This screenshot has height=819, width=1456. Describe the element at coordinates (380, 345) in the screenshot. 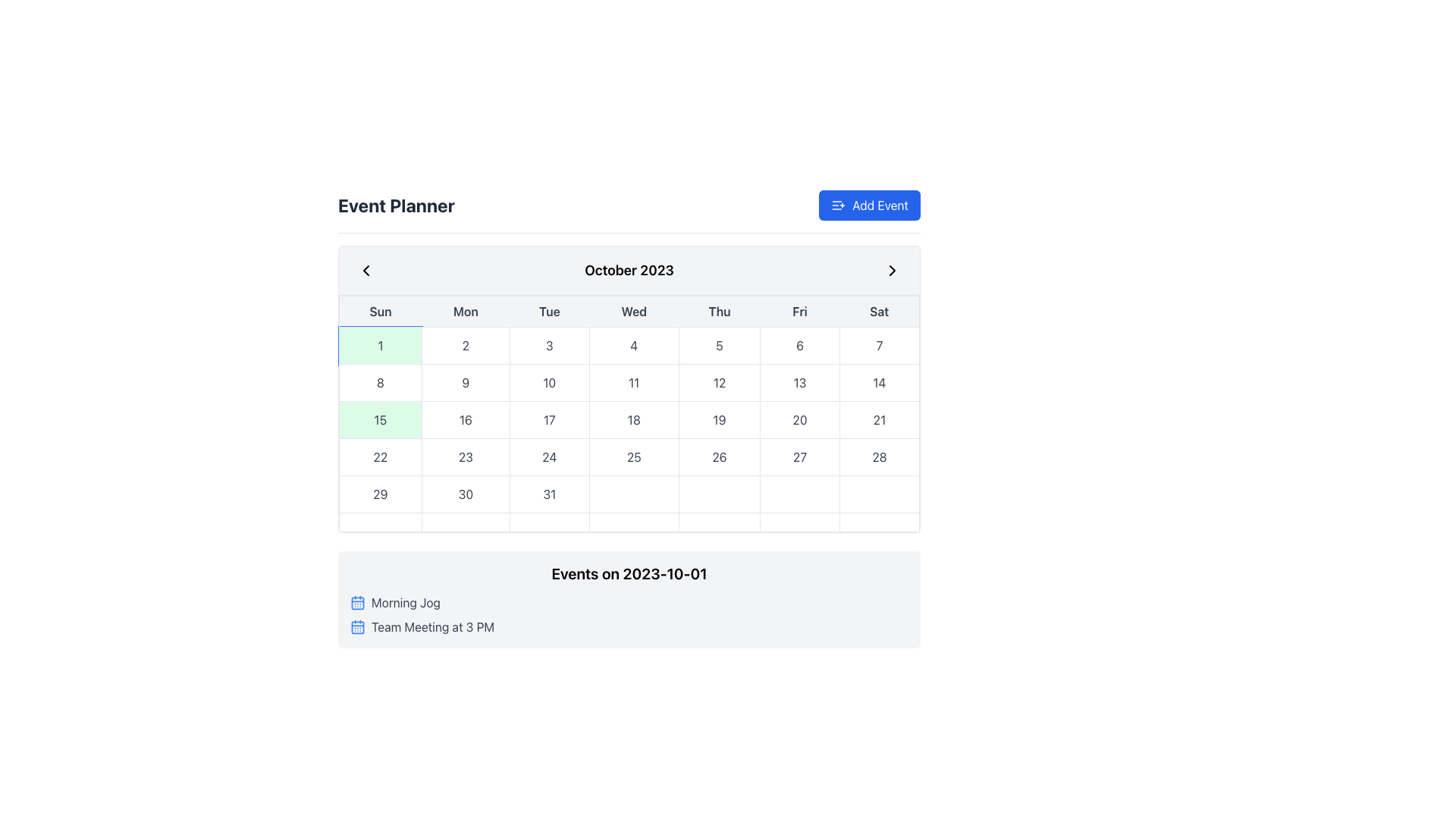

I see `the light green square button displaying the number '1'` at that location.